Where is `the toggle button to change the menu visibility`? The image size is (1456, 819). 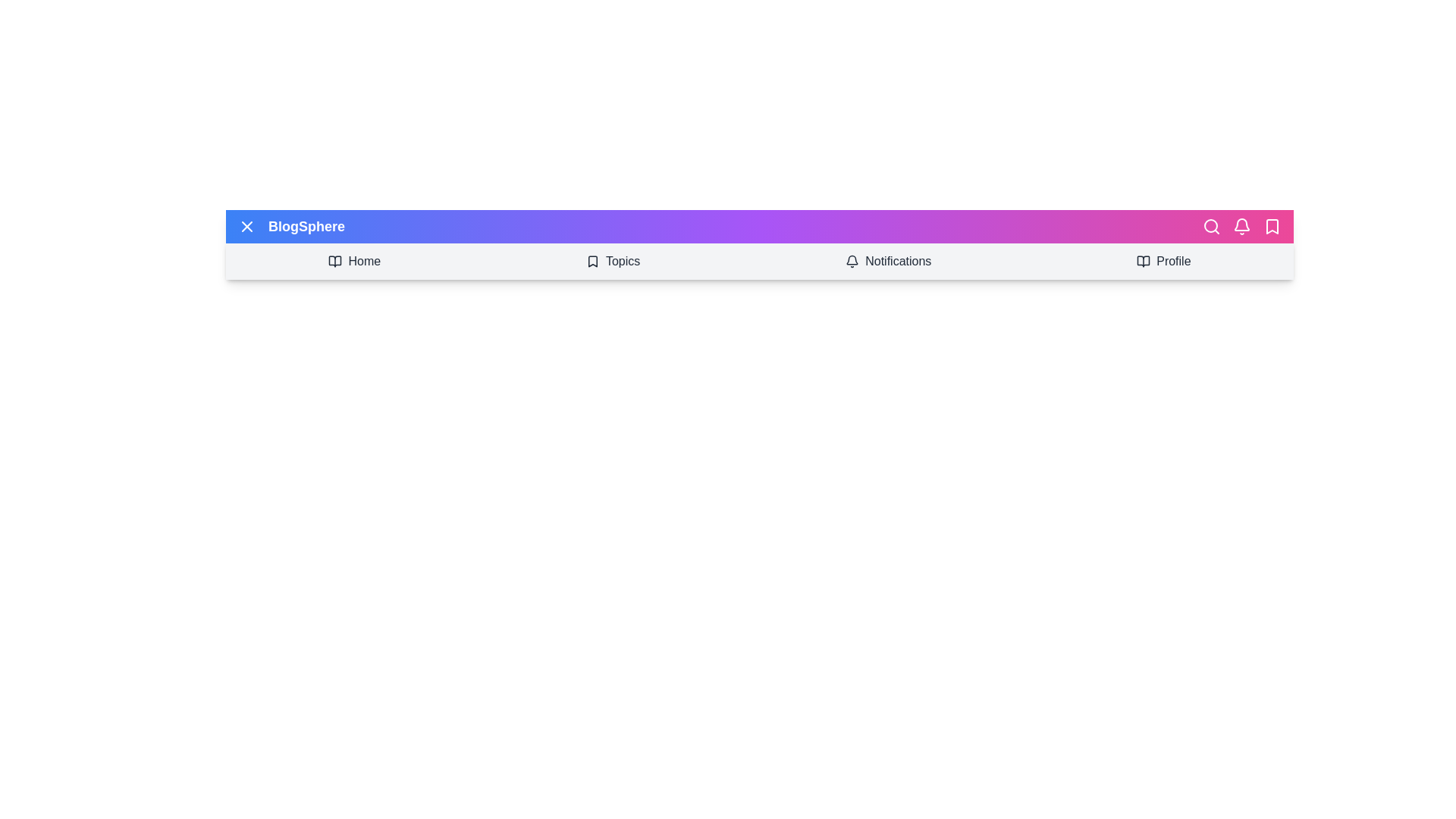 the toggle button to change the menu visibility is located at coordinates (247, 227).